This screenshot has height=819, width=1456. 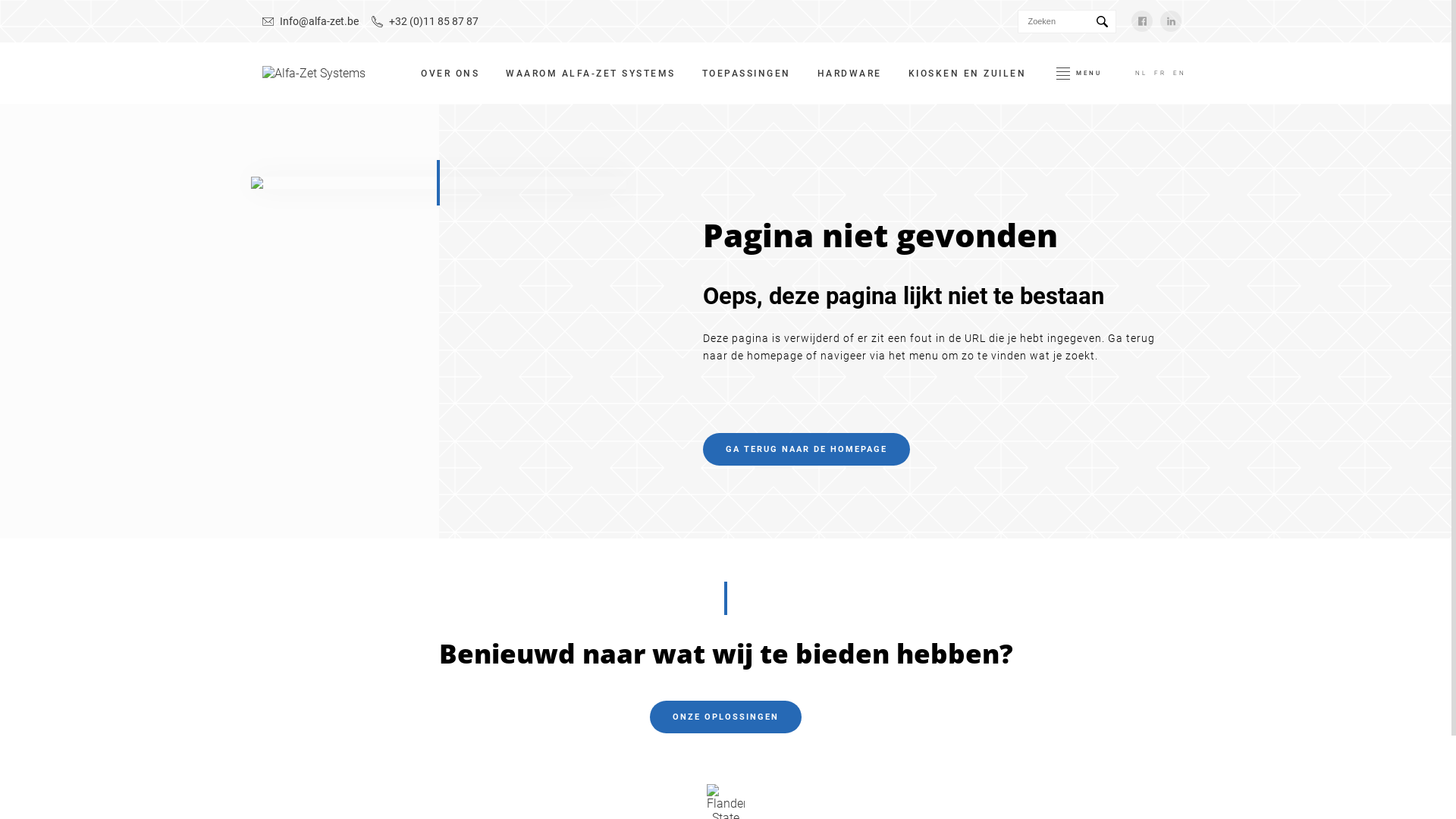 What do you see at coordinates (425, 20) in the screenshot?
I see `'+32 (0)11 85 87 87'` at bounding box center [425, 20].